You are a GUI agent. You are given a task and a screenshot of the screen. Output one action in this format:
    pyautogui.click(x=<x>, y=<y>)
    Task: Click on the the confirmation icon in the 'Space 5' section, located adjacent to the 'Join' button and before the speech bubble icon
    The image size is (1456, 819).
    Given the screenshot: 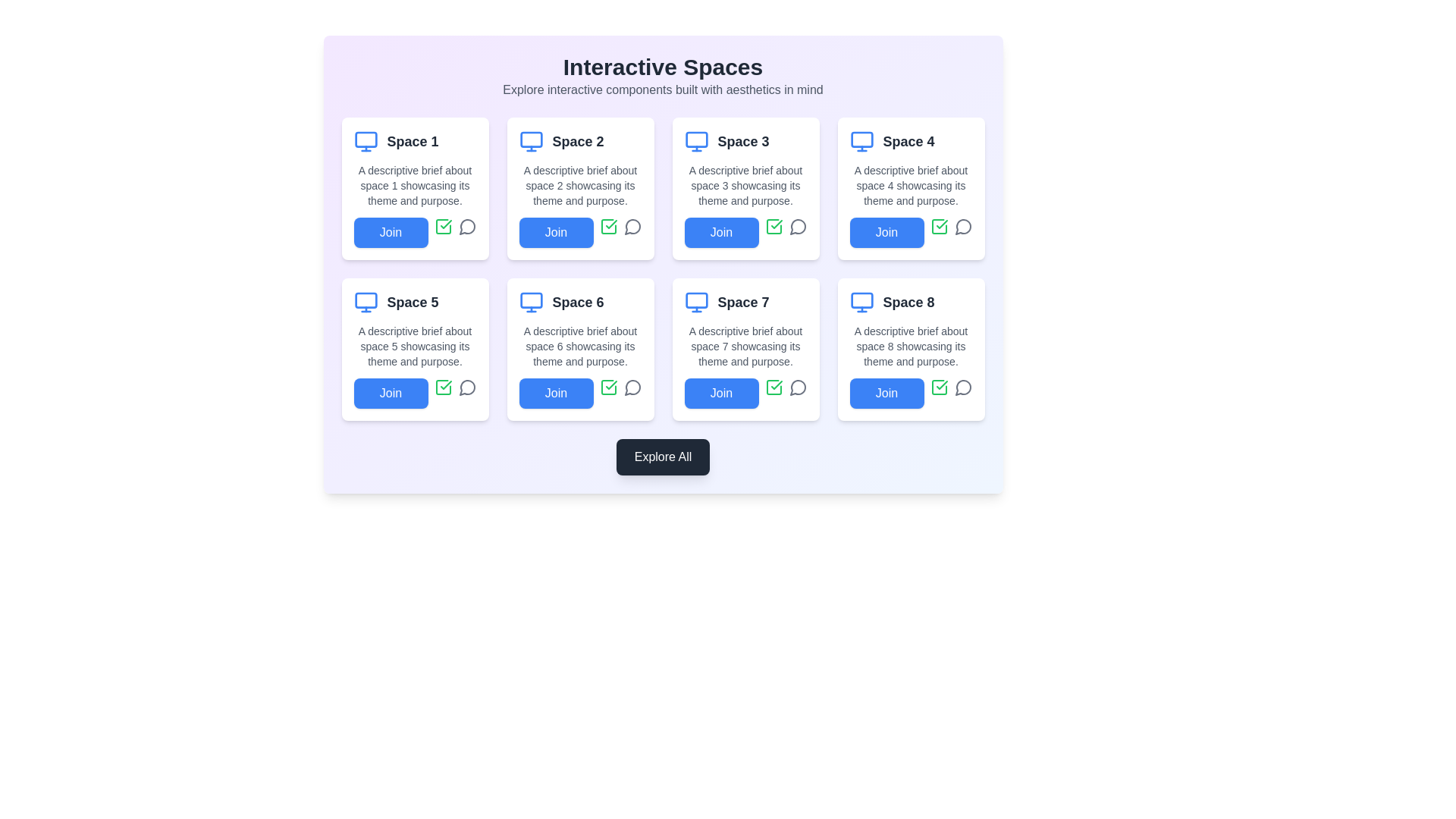 What is the action you would take?
    pyautogui.click(x=442, y=386)
    